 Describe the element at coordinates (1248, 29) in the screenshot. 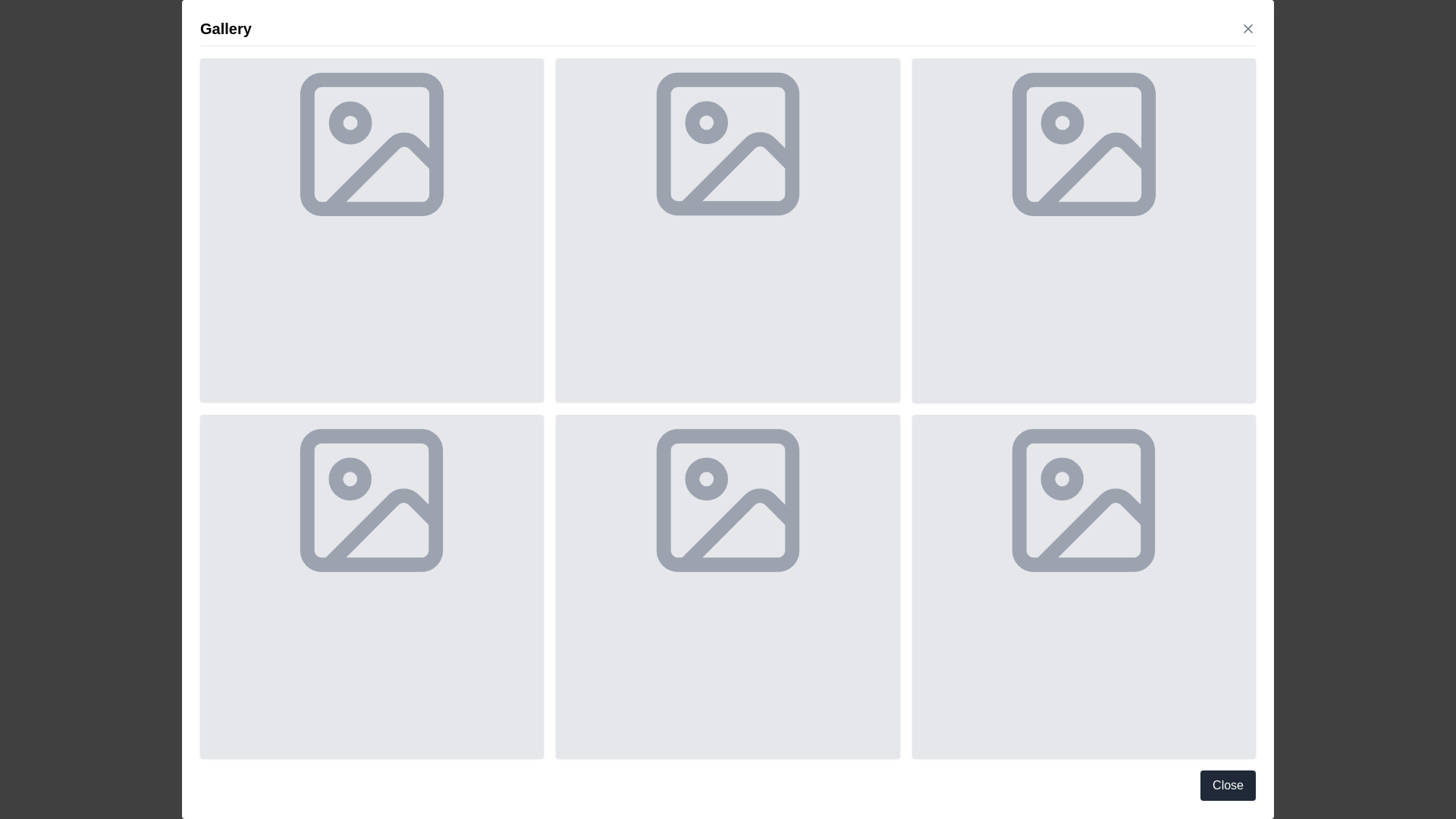

I see `the close button located at the top-right corner of the modal header to change its color` at that location.